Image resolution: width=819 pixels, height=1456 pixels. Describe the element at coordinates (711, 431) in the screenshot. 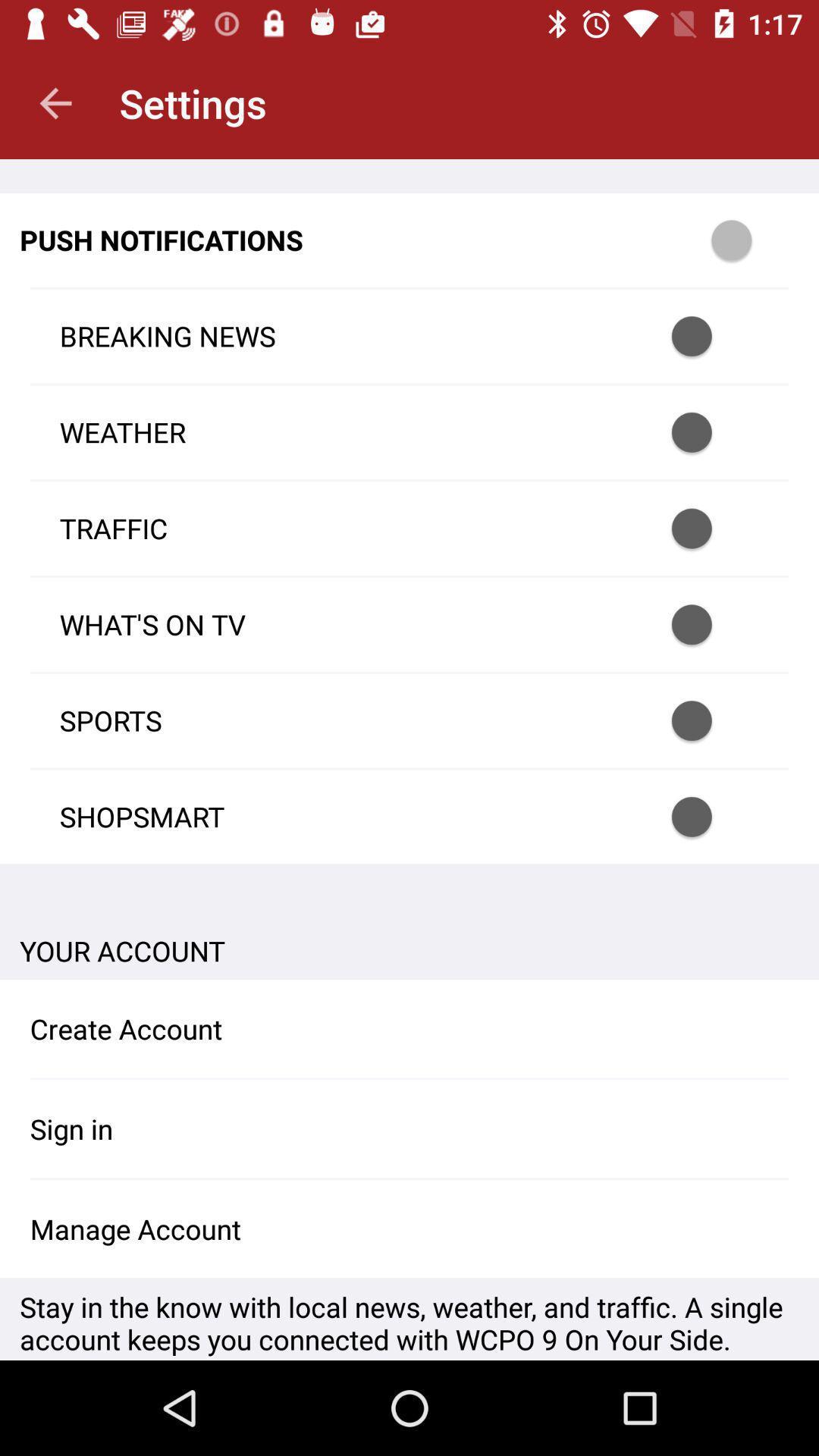

I see `push notification` at that location.